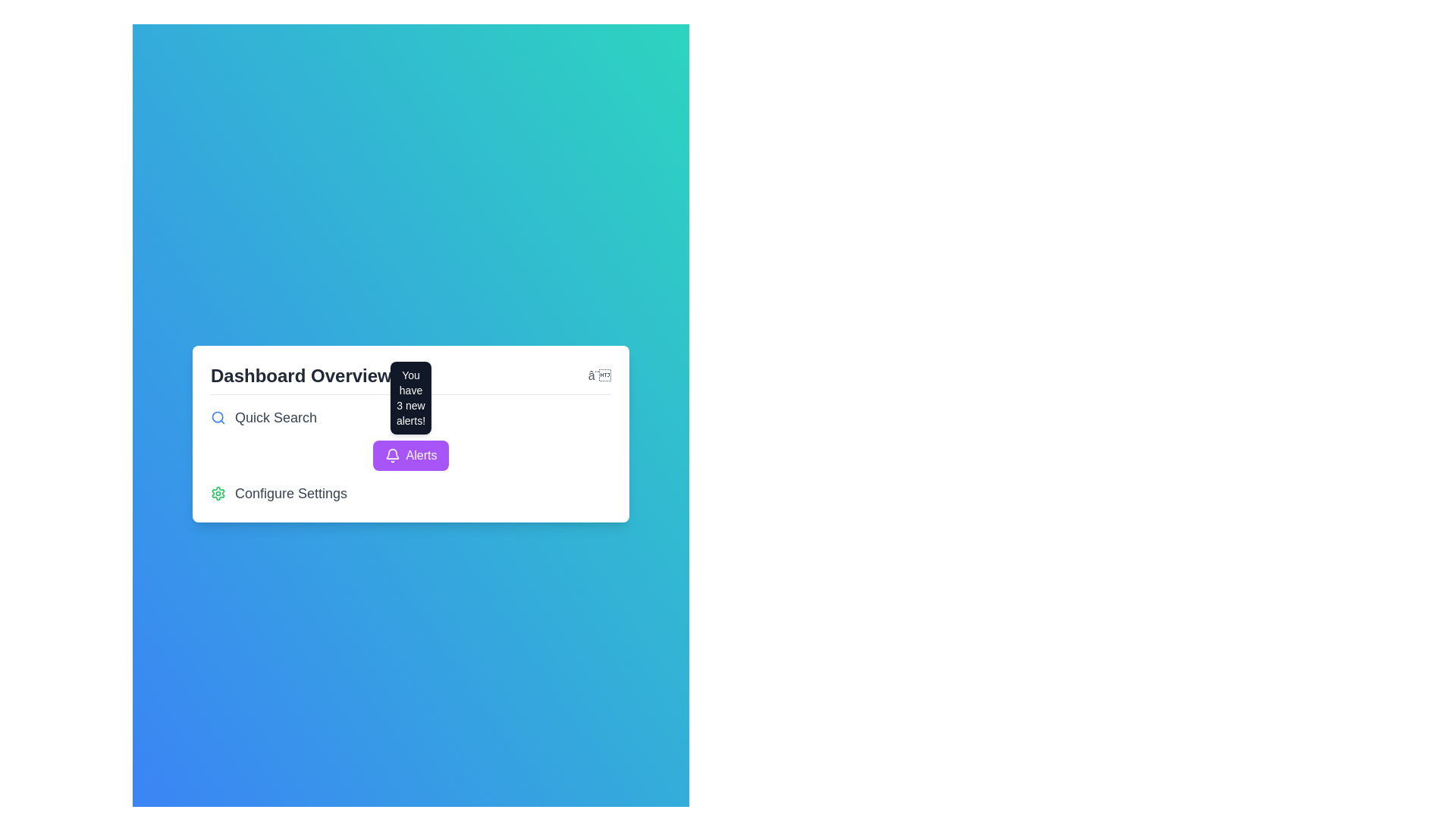 The height and width of the screenshot is (819, 1456). What do you see at coordinates (411, 454) in the screenshot?
I see `the alert notifications button located below the 'Quick Search' item and above 'Configure Settings'` at bounding box center [411, 454].